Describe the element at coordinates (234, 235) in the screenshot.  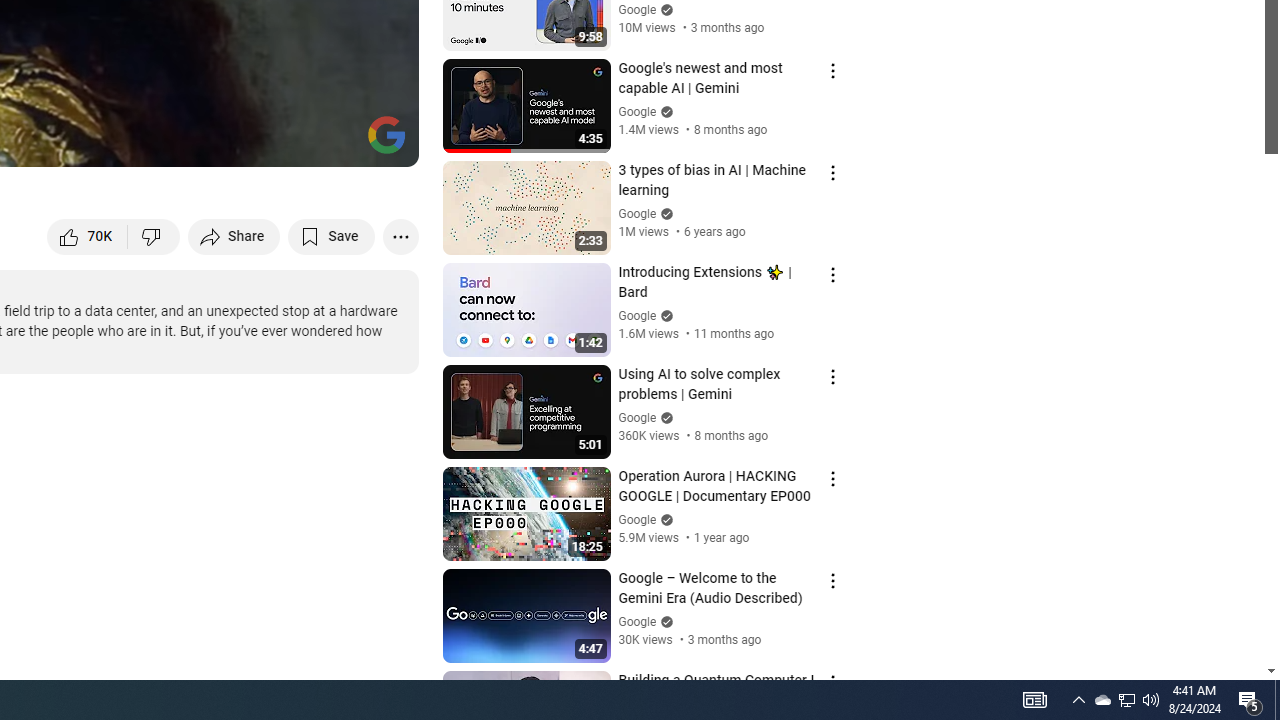
I see `'Share'` at that location.